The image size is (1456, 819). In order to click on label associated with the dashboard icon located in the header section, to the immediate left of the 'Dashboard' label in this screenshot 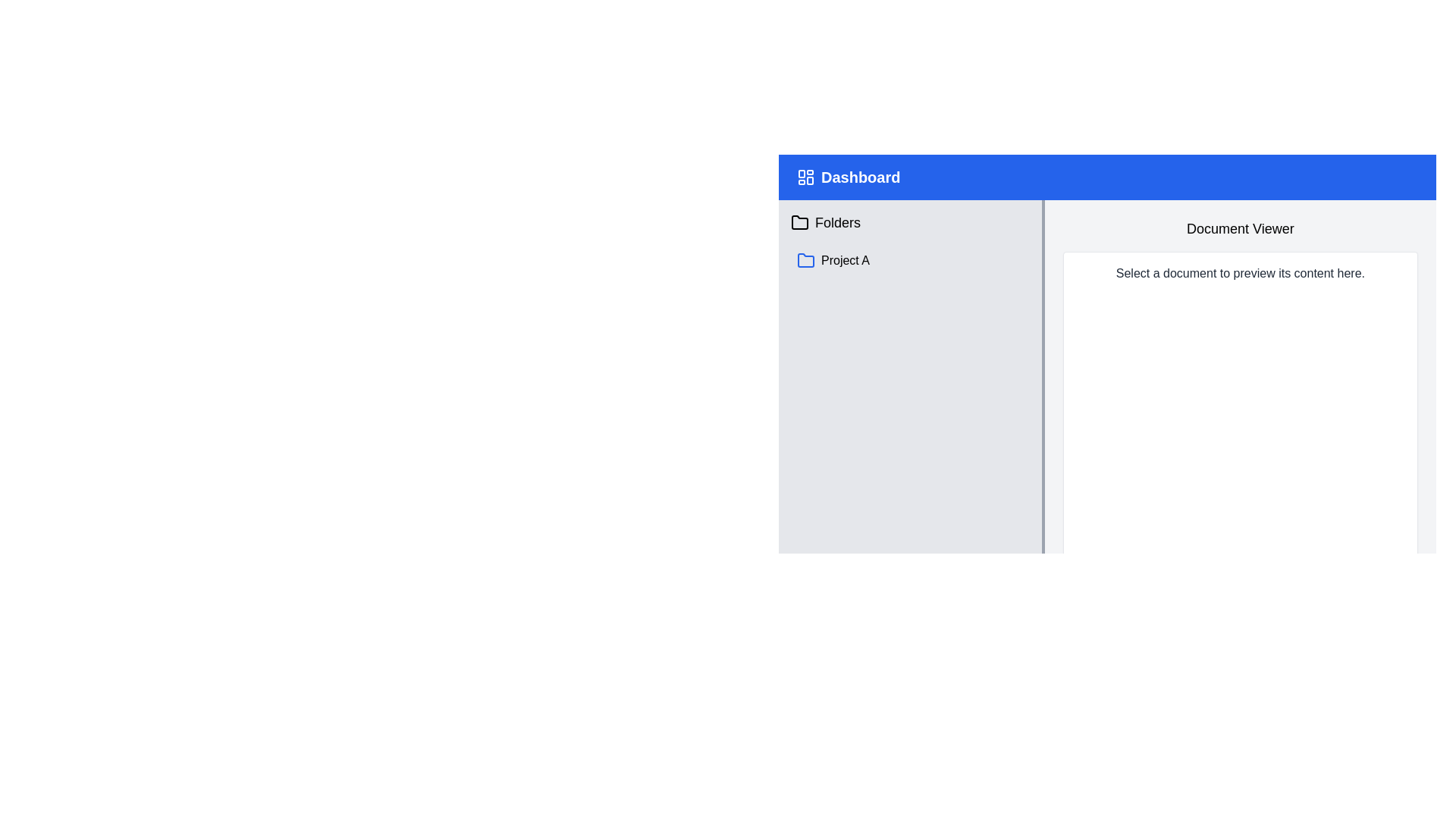, I will do `click(805, 177)`.